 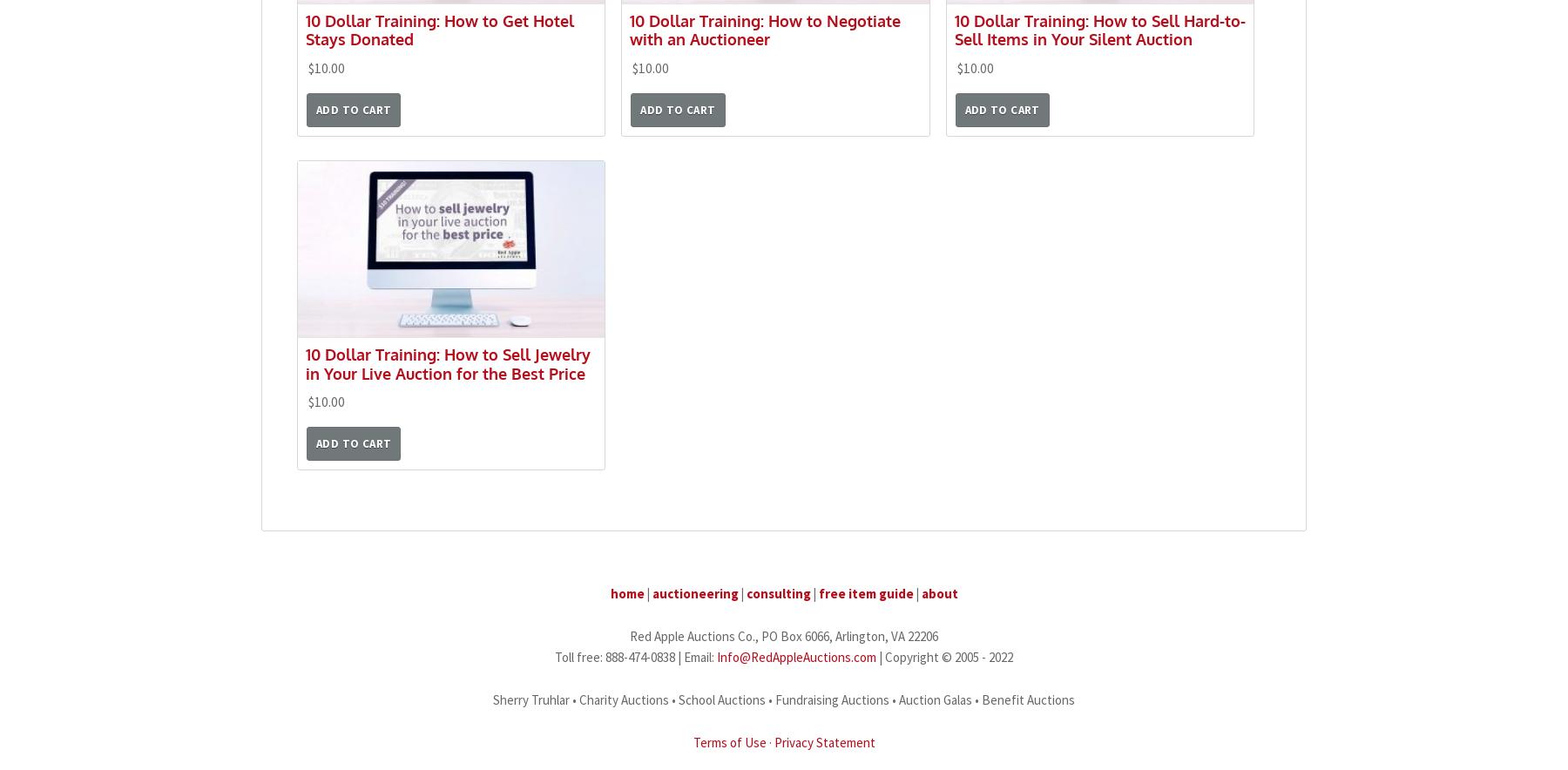 What do you see at coordinates (716, 657) in the screenshot?
I see `'Info@RedAppleAuctions.com'` at bounding box center [716, 657].